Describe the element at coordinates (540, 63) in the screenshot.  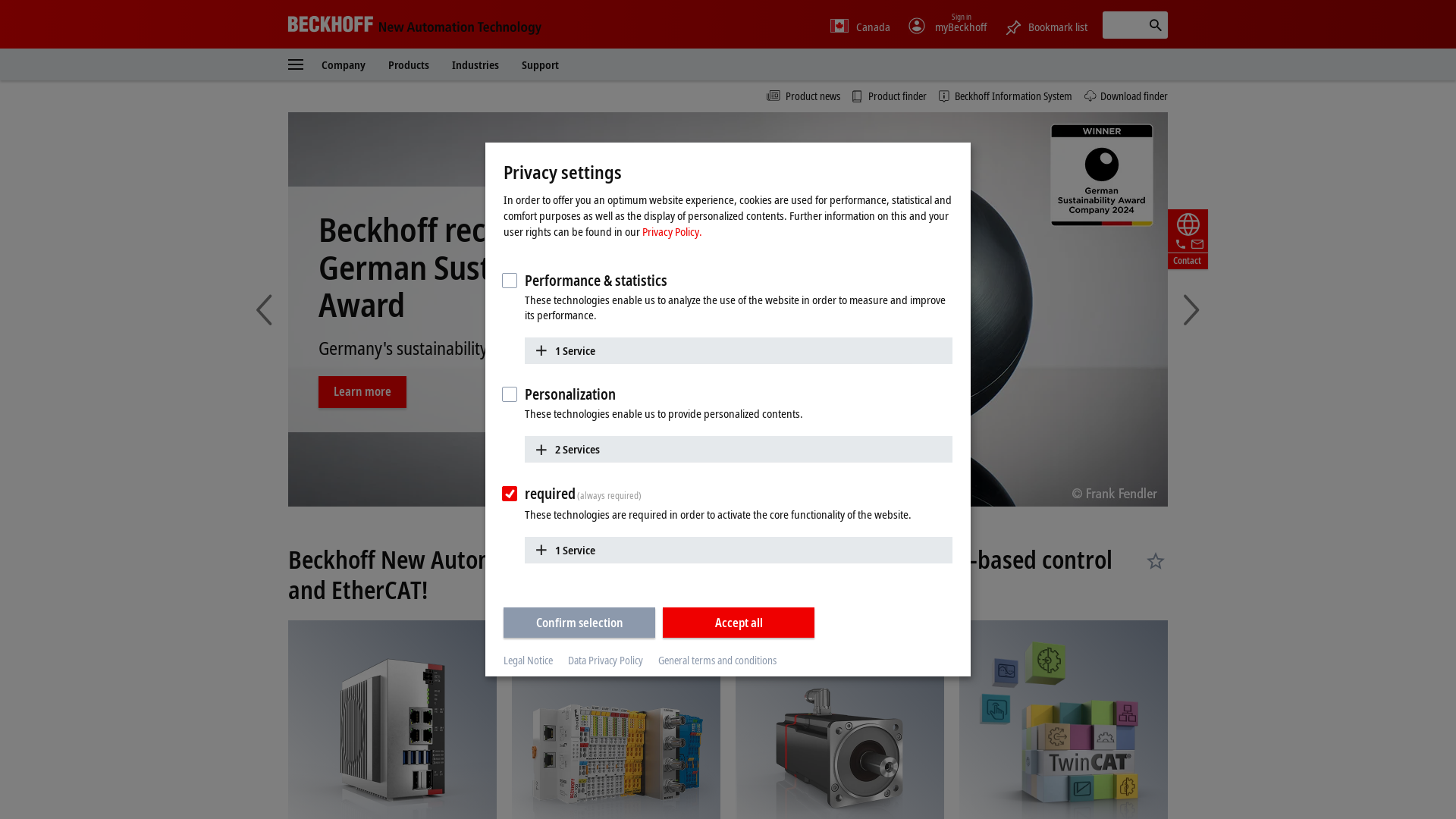
I see `'Support'` at that location.